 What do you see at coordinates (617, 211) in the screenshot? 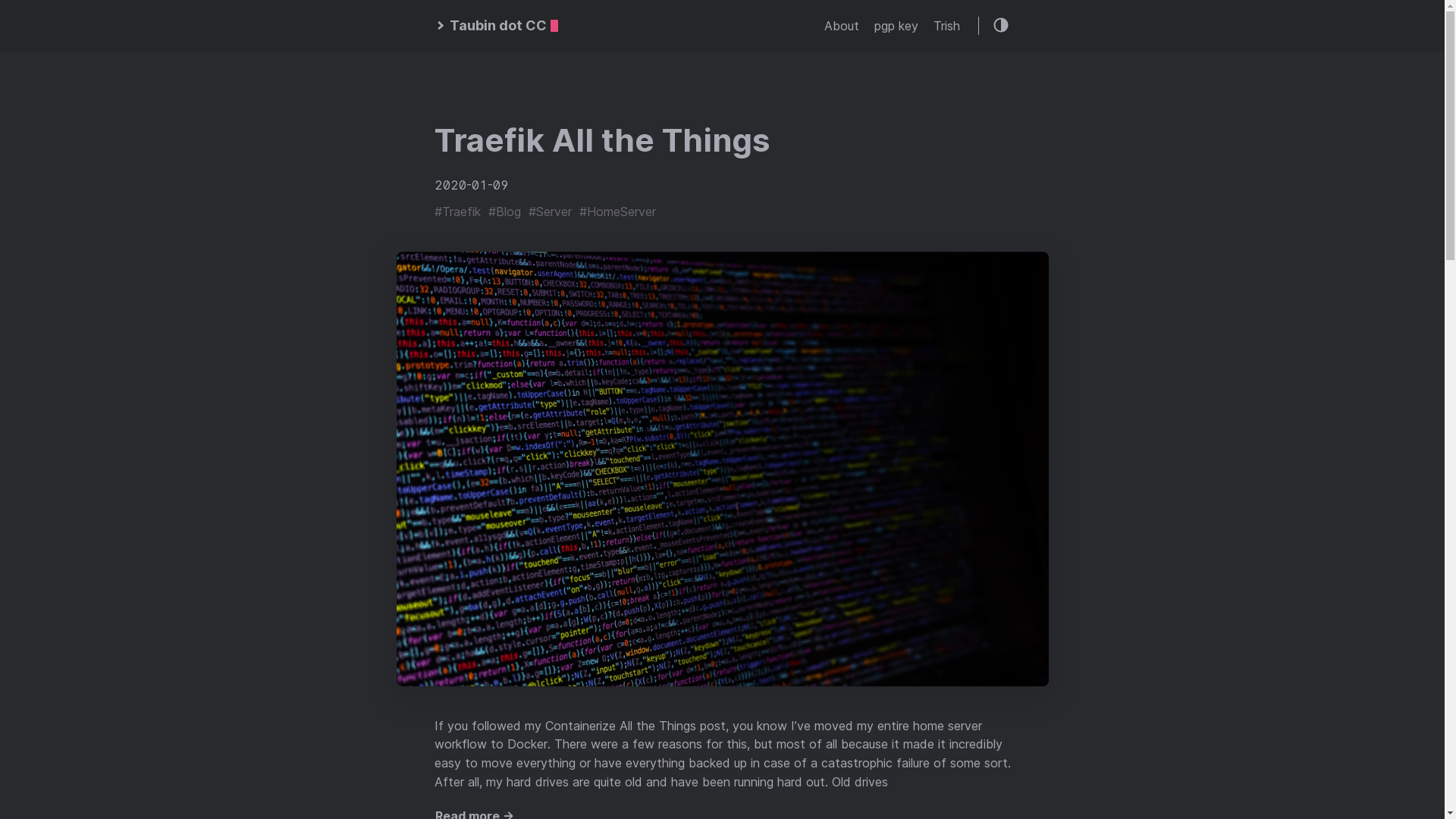
I see `'#HomeServer'` at bounding box center [617, 211].